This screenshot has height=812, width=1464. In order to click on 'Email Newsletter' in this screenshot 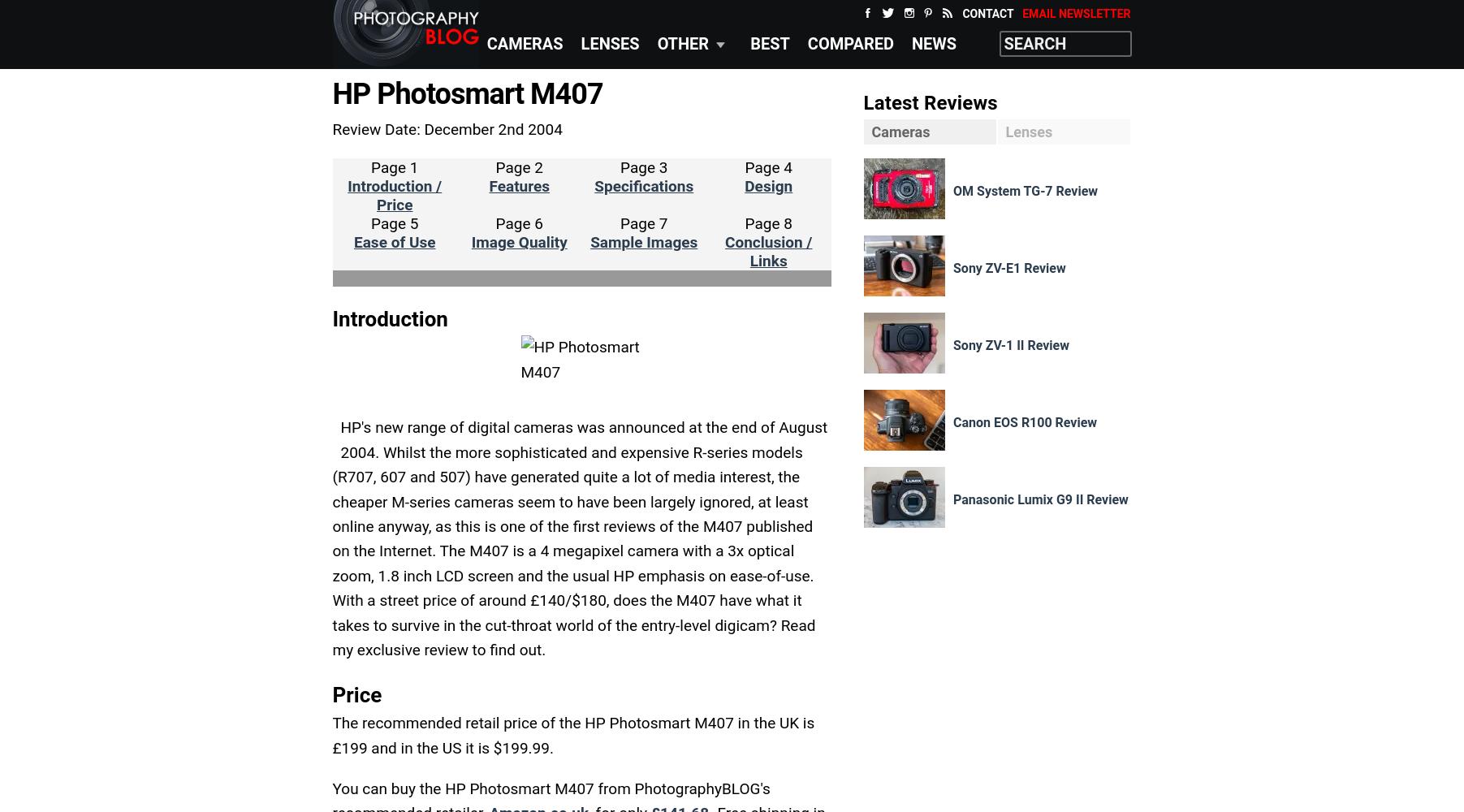, I will do `click(1022, 14)`.